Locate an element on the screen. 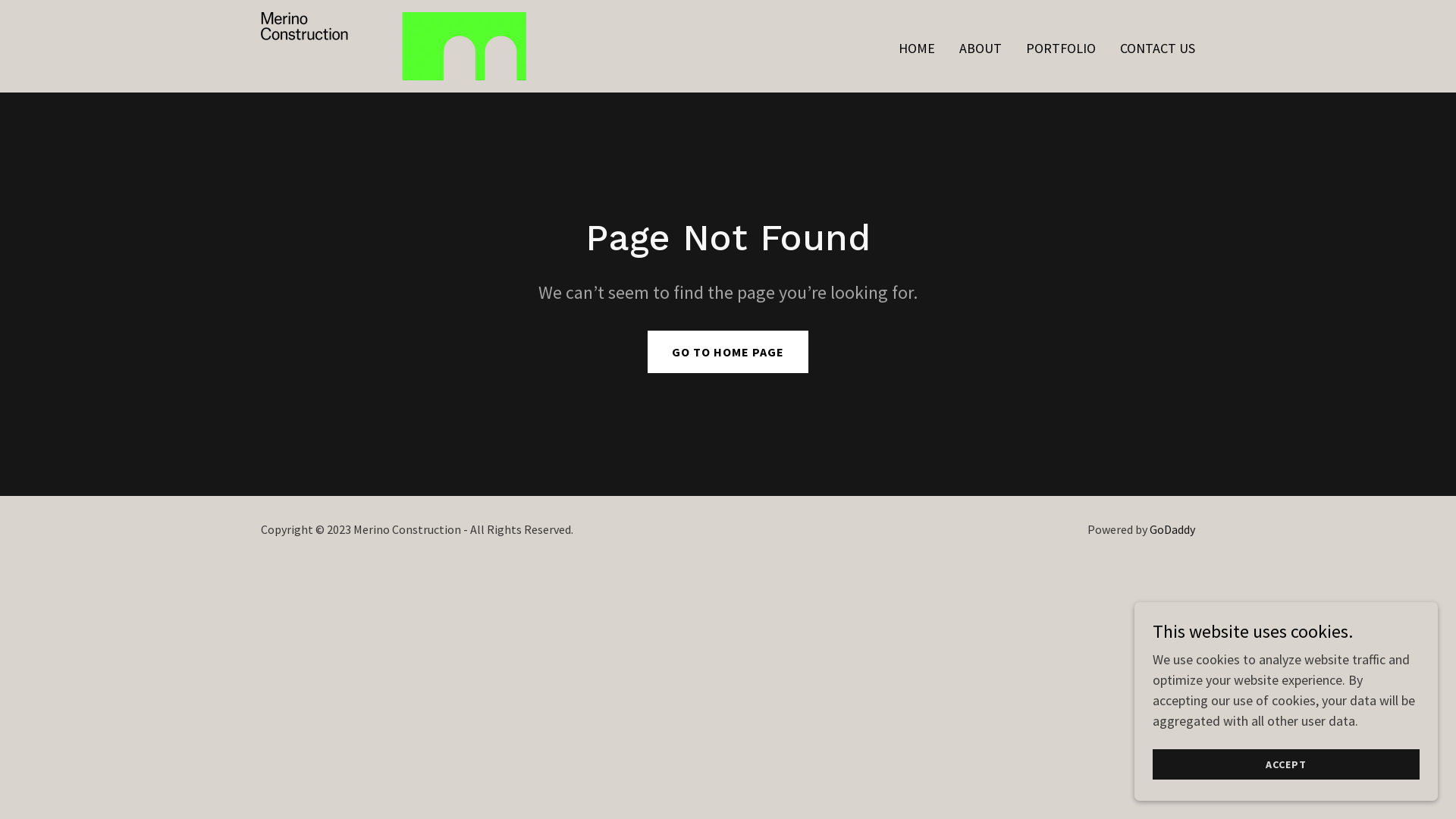 The image size is (1456, 819). 'GO TO HOME PAGE' is located at coordinates (728, 351).